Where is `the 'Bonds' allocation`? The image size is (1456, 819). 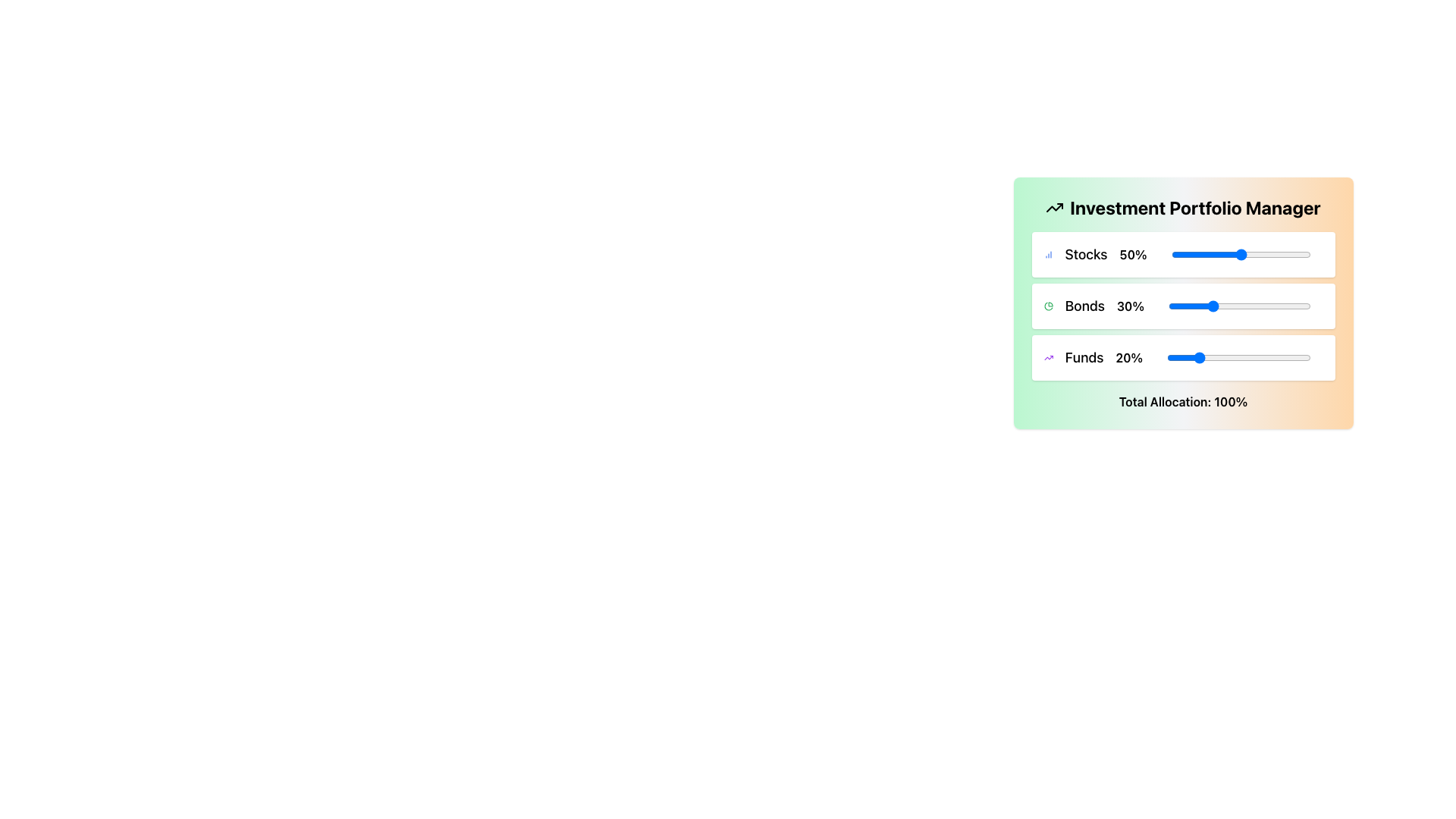 the 'Bonds' allocation is located at coordinates (1214, 306).